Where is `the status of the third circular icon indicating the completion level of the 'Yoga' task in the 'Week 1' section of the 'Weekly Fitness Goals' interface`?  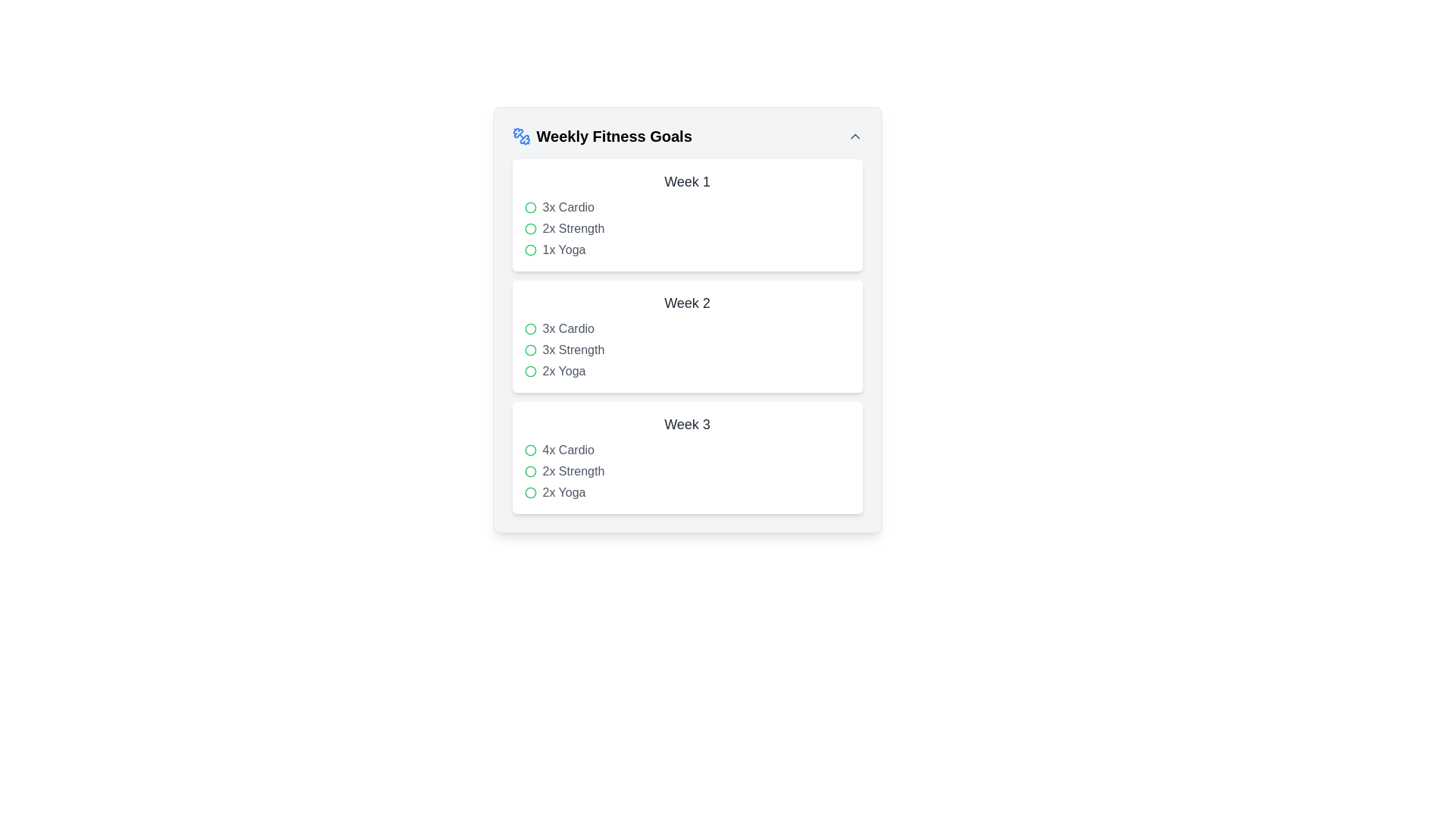
the status of the third circular icon indicating the completion level of the 'Yoga' task in the 'Week 1' section of the 'Weekly Fitness Goals' interface is located at coordinates (530, 249).